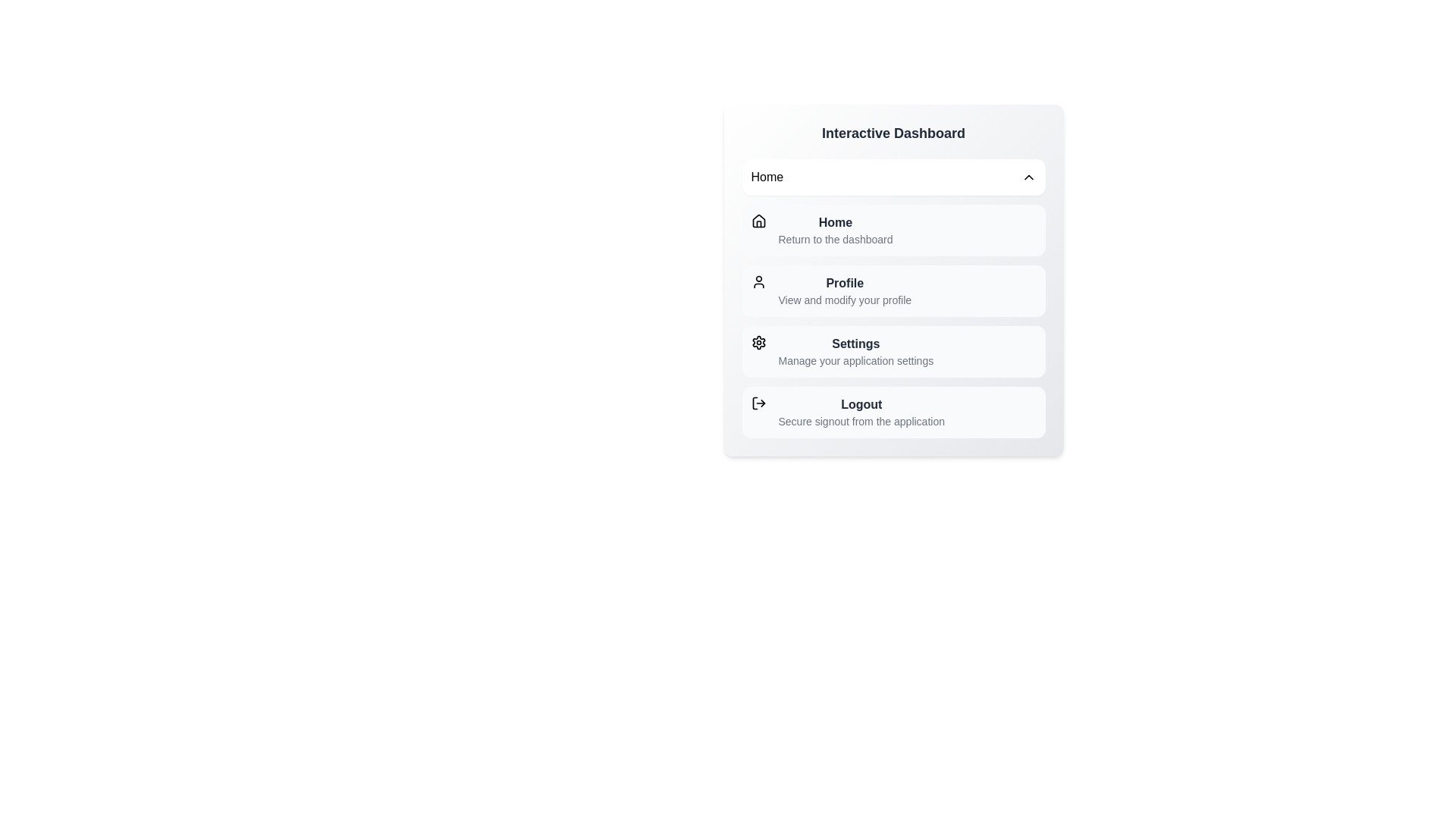 Image resolution: width=1456 pixels, height=819 pixels. Describe the element at coordinates (893, 351) in the screenshot. I see `the menu section Settings` at that location.